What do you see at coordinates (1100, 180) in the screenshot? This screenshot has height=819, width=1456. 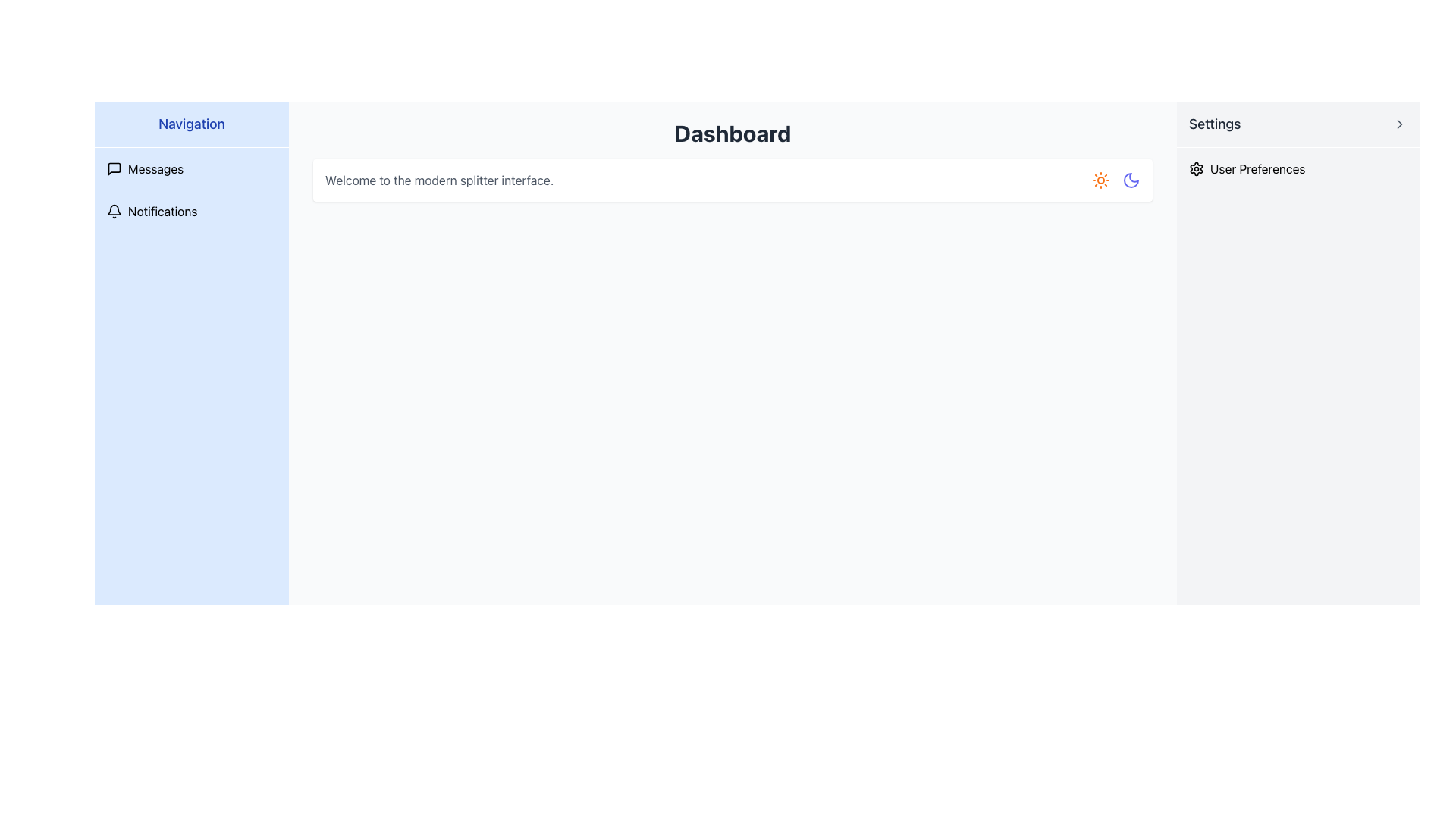 I see `the orange sun icon located in the settings toolbar, which is the first icon in a horizontal group of icons at the top-right of the main content area` at bounding box center [1100, 180].